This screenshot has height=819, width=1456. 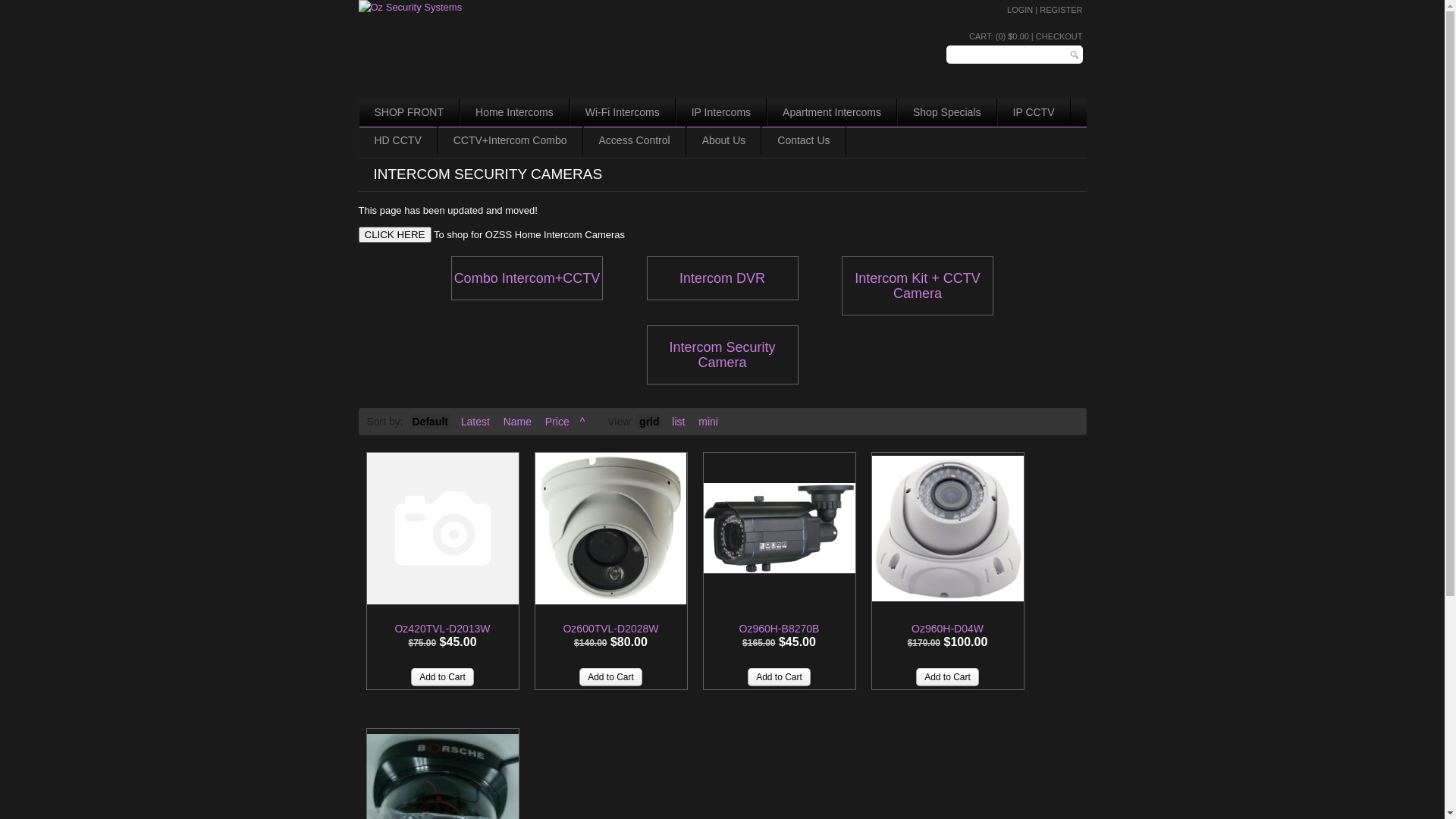 I want to click on 'Intercom Kit + CCTV Camera', so click(x=916, y=286).